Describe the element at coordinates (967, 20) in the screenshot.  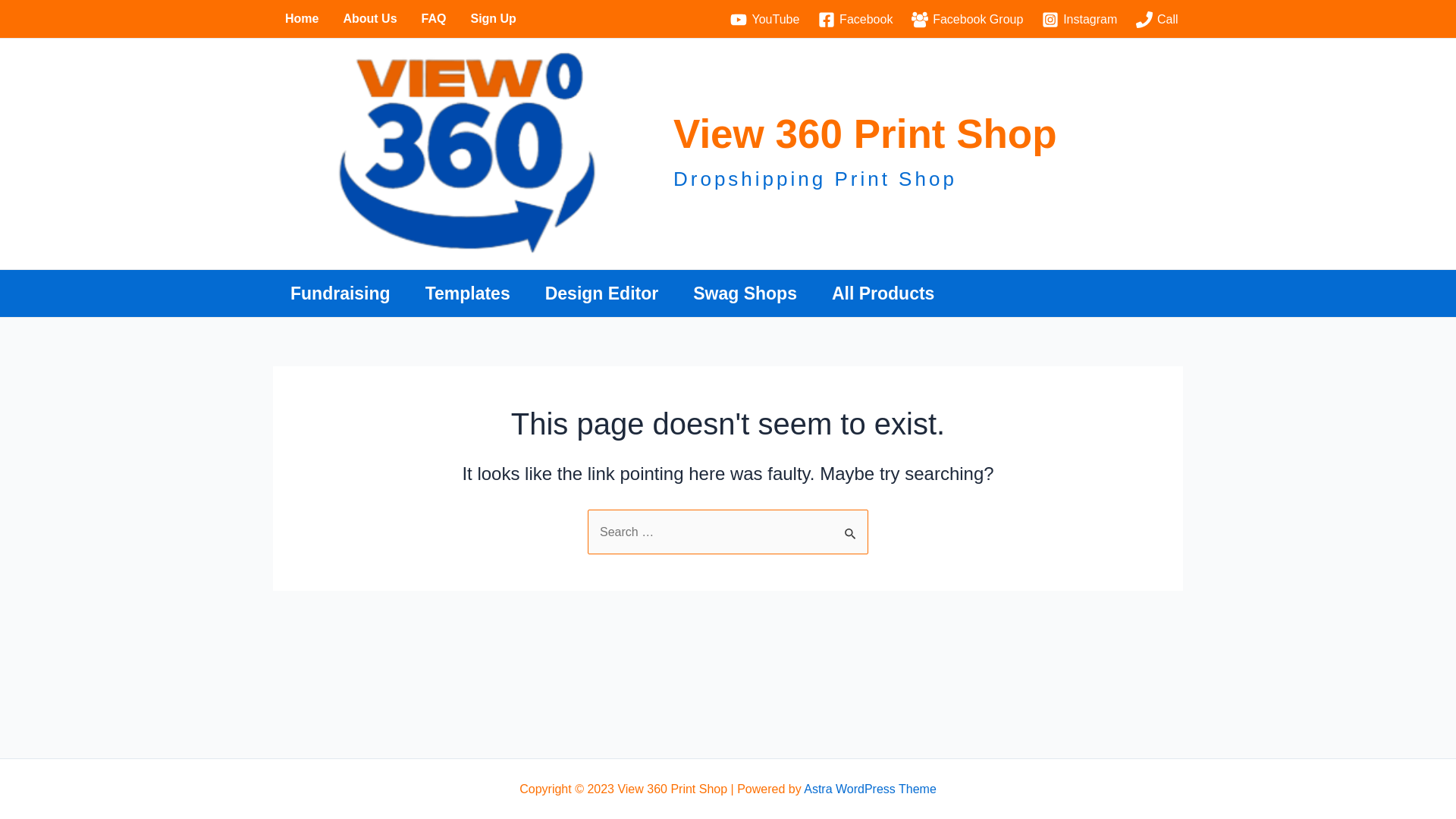
I see `'Facebook Group'` at that location.